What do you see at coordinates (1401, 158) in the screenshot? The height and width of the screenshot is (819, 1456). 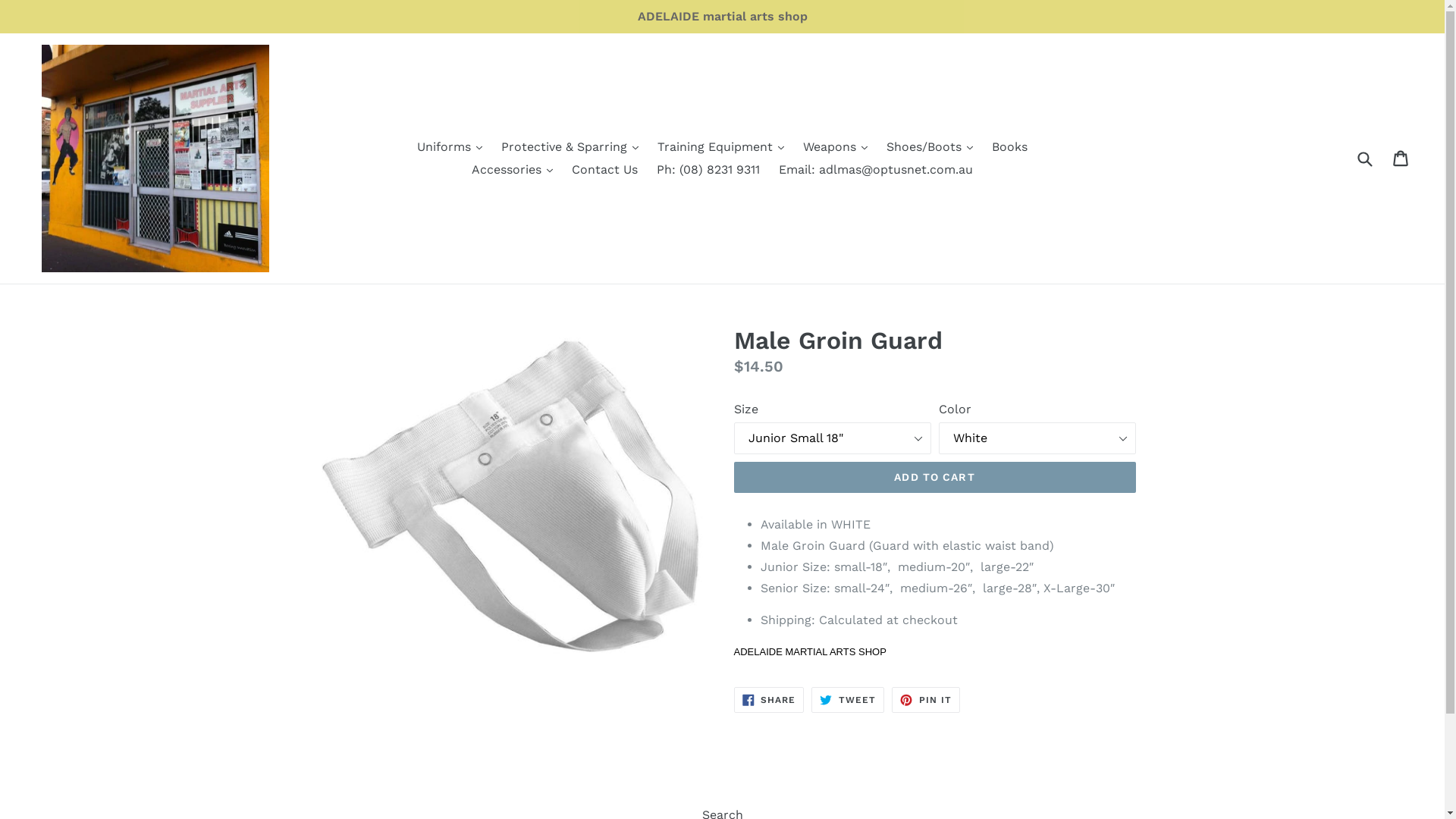 I see `'Cart` at bounding box center [1401, 158].